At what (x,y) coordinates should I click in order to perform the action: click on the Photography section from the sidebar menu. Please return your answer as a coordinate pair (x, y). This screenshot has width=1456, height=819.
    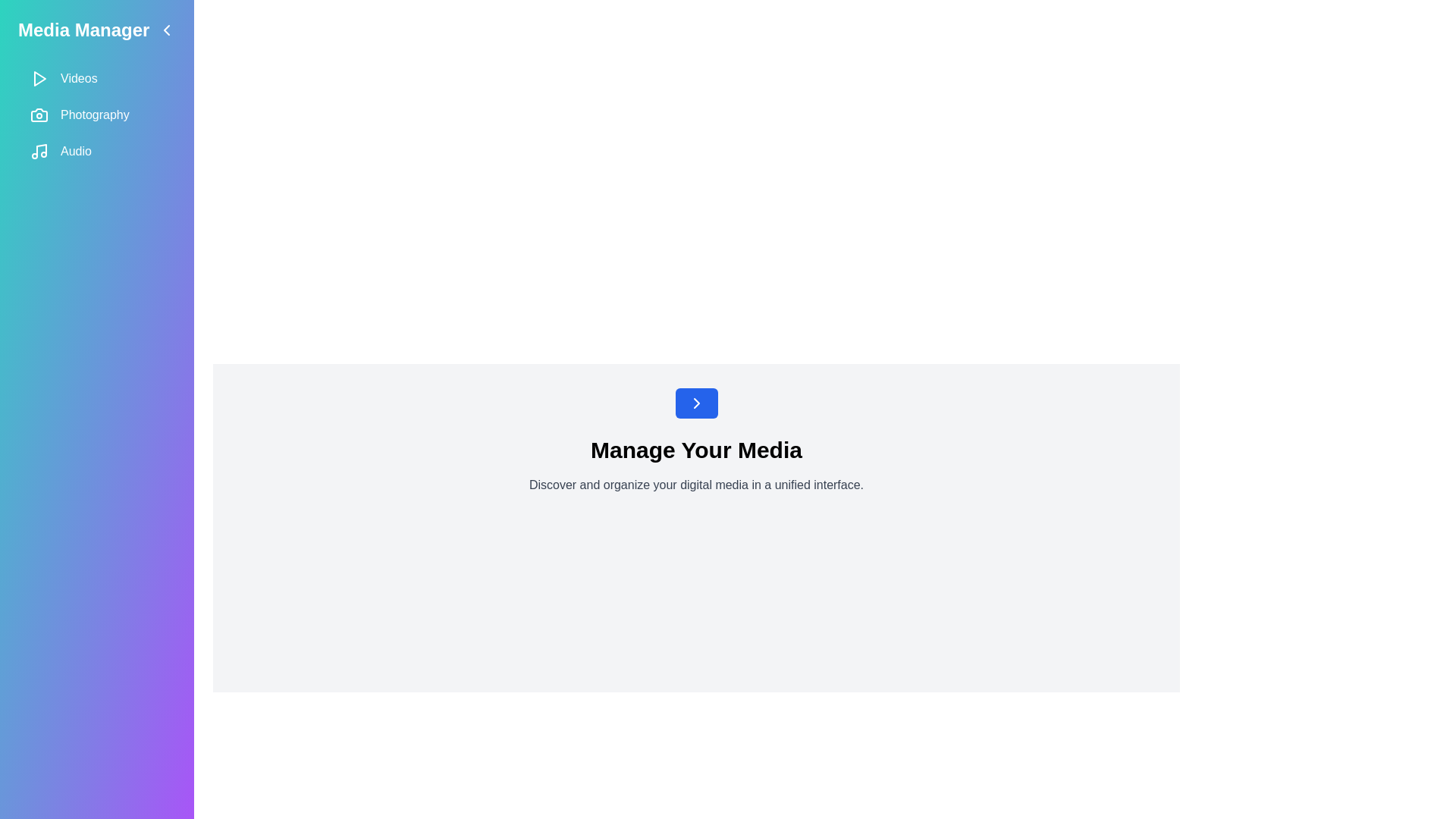
    Looking at the image, I should click on (96, 114).